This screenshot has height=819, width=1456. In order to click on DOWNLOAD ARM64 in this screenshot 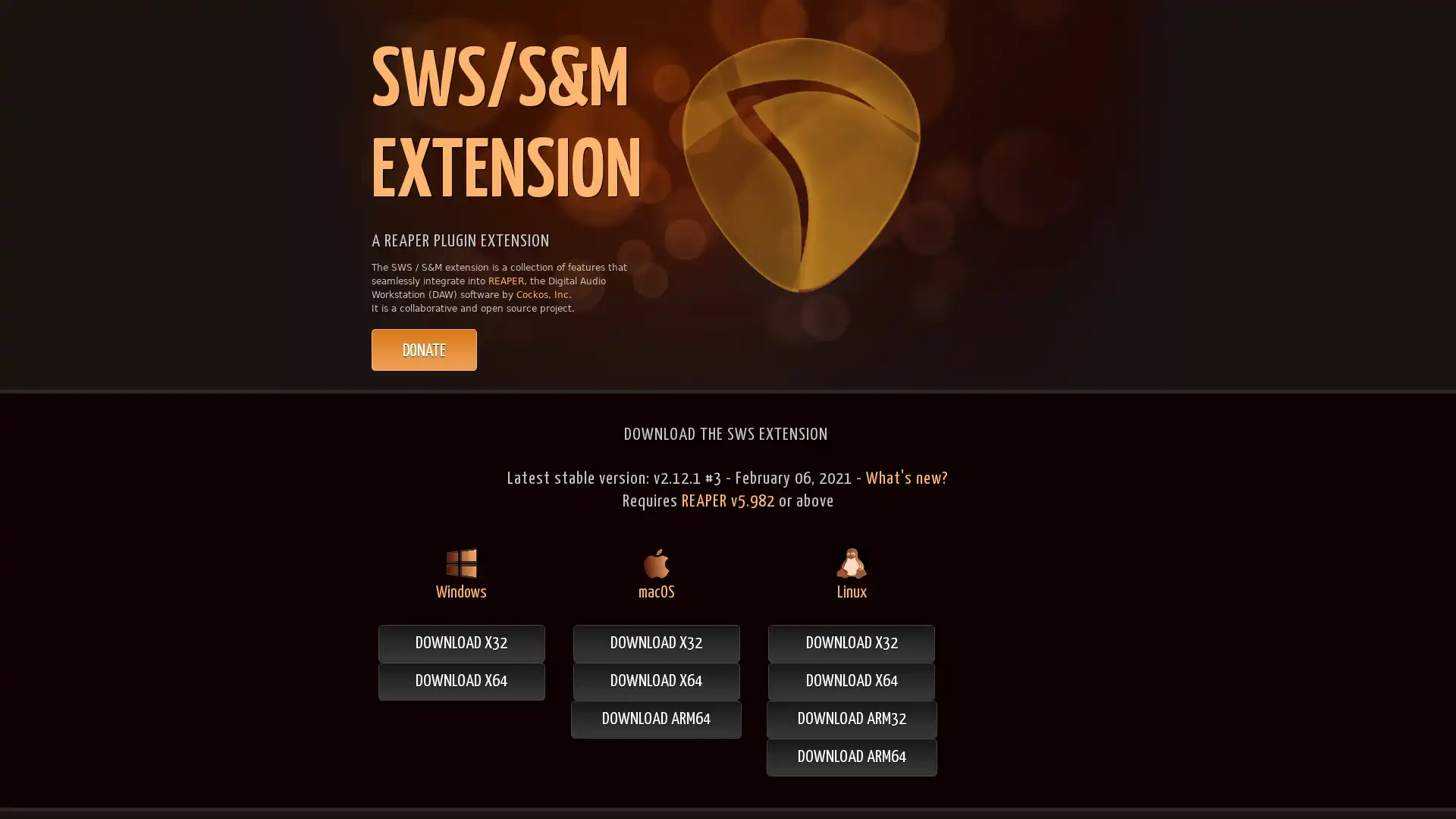, I will do `click(969, 758)`.